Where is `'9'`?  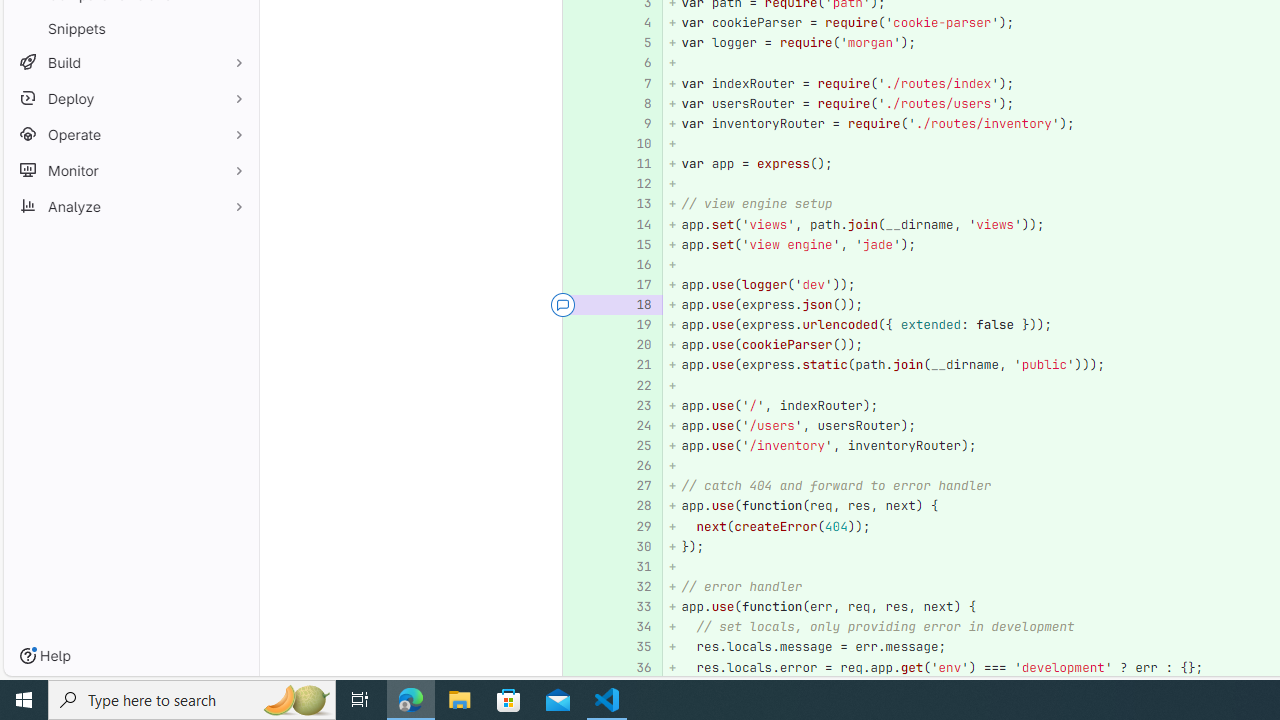
'9' is located at coordinates (633, 123).